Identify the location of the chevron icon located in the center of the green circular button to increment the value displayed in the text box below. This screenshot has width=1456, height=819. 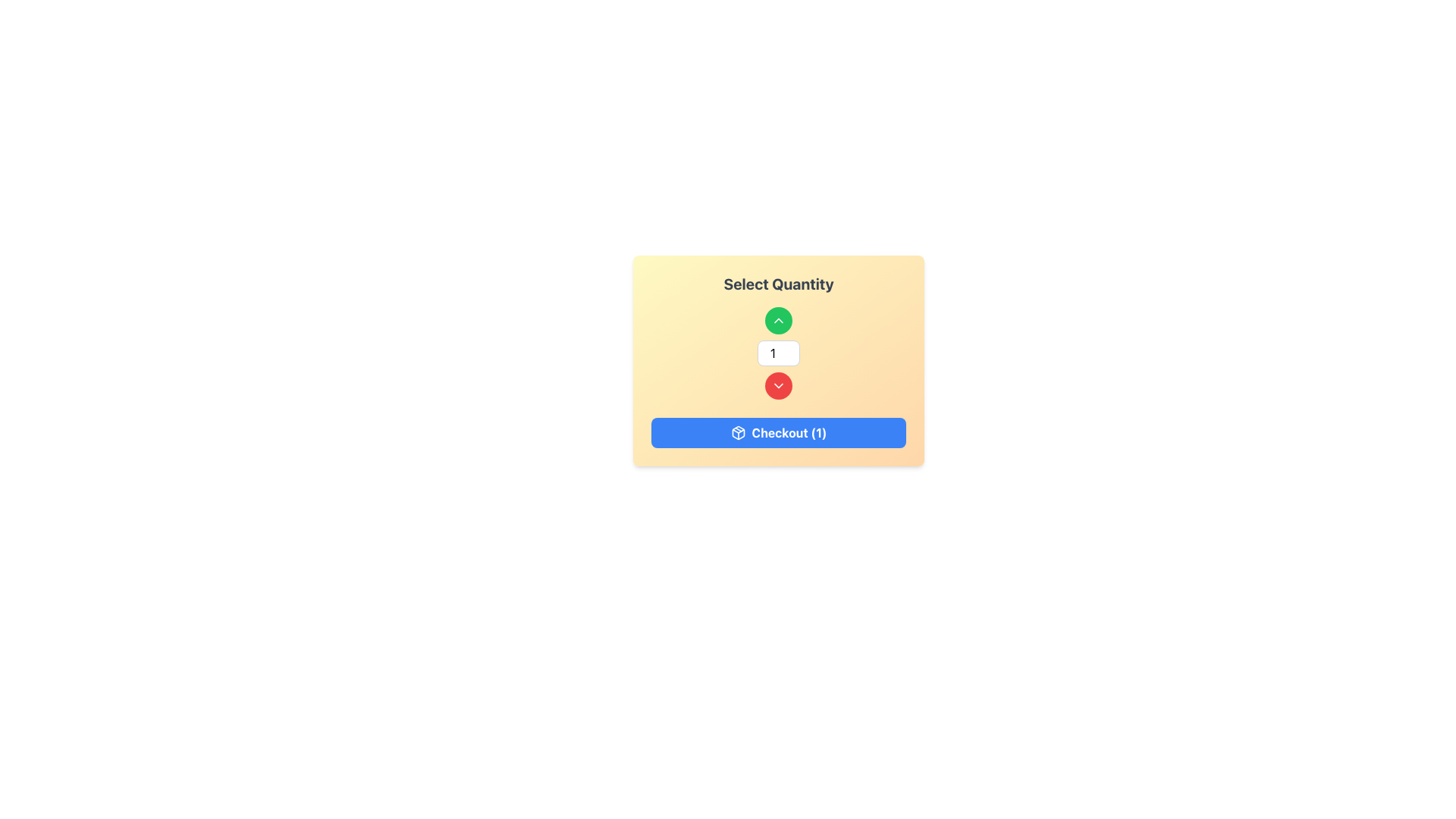
(779, 320).